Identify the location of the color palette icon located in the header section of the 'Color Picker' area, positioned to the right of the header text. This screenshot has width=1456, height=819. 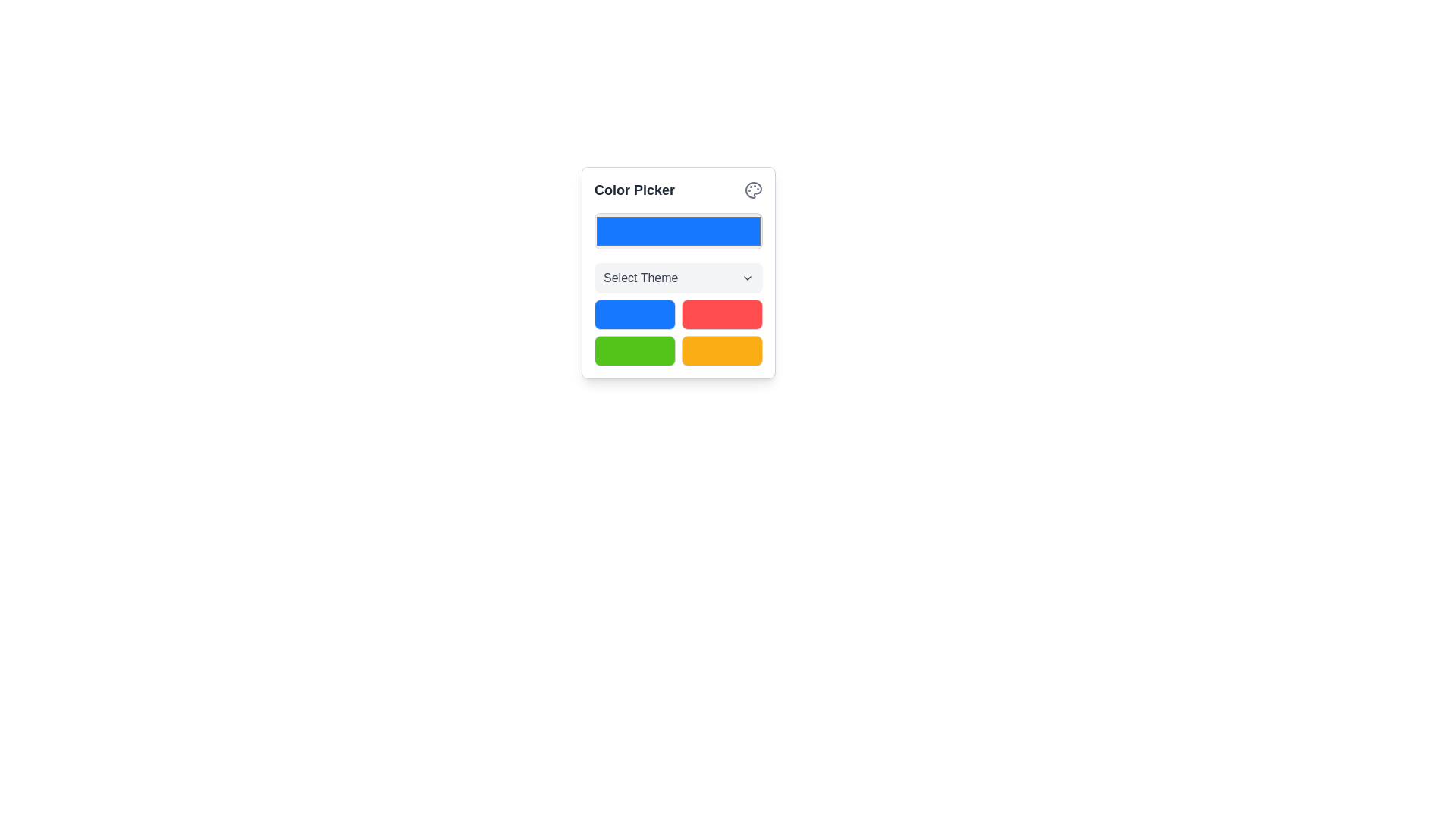
(753, 189).